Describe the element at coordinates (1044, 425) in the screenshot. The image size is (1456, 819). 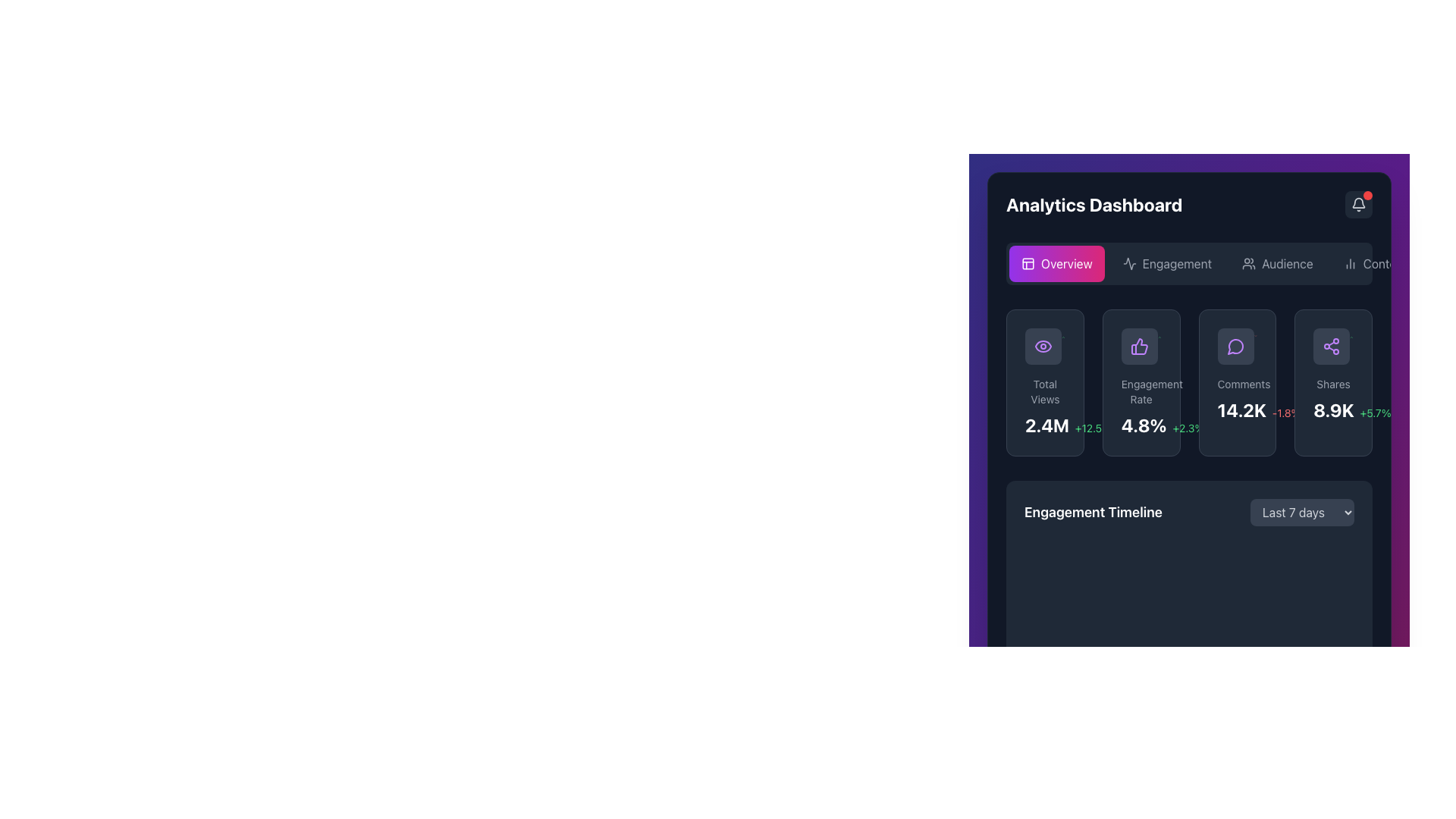
I see `the total views metric display located within the 'Total Views' card in the 'Analytics Dashboard', which presents the total views metric to the user` at that location.